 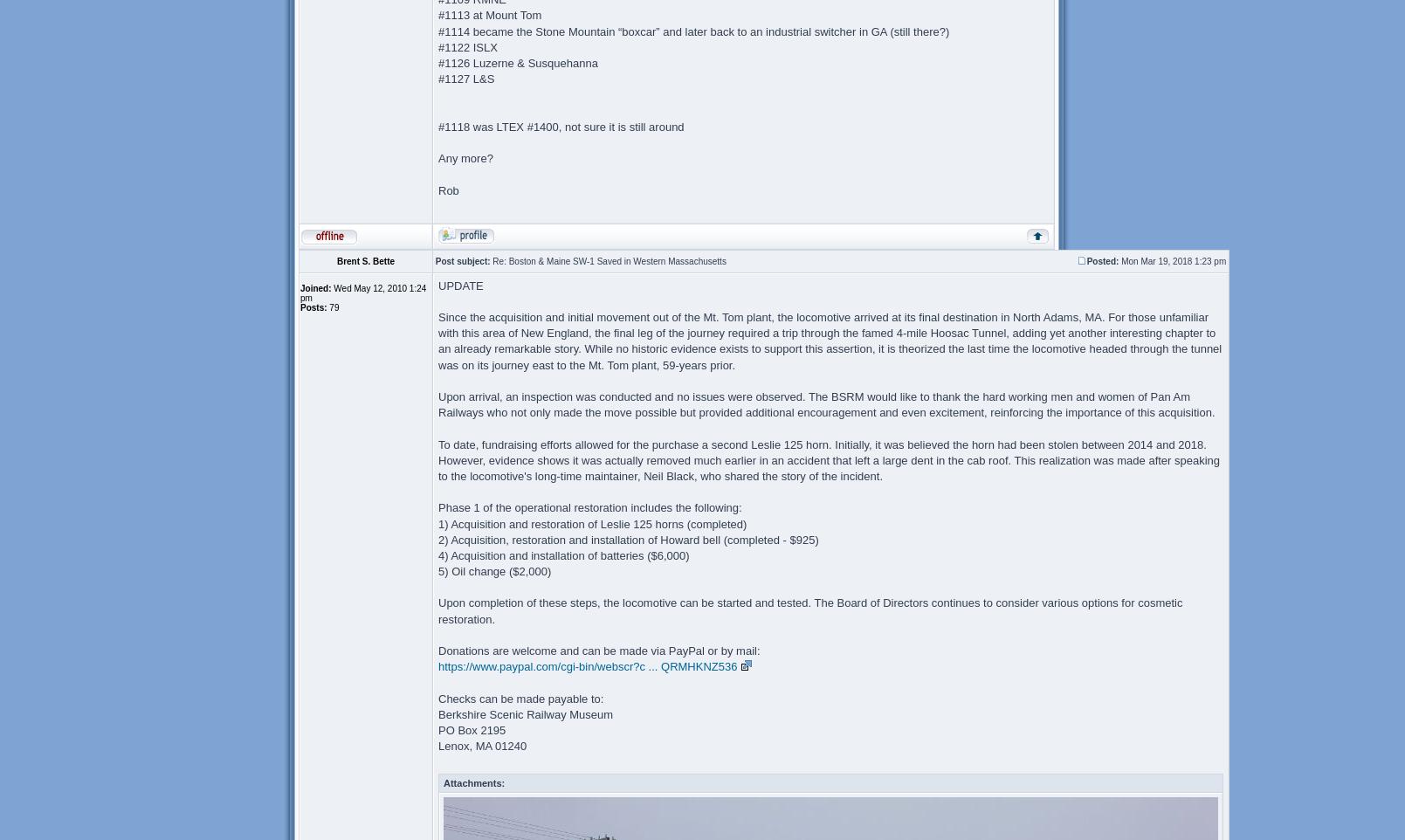 I want to click on 'Re: Boston & Maine SW-1 Saved in Western Massachusetts', so click(x=608, y=259).